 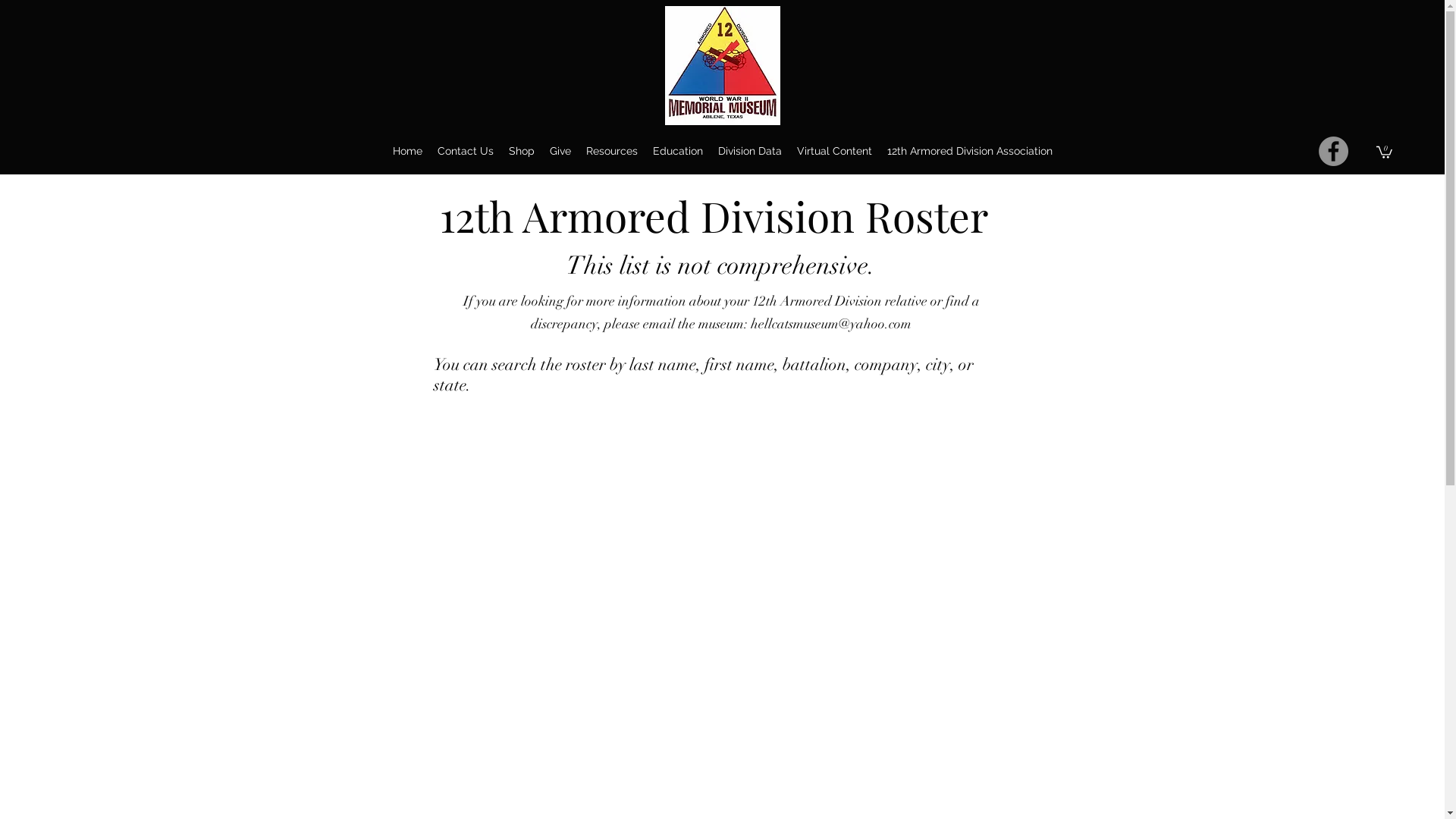 I want to click on 'Contact Us', so click(x=464, y=151).